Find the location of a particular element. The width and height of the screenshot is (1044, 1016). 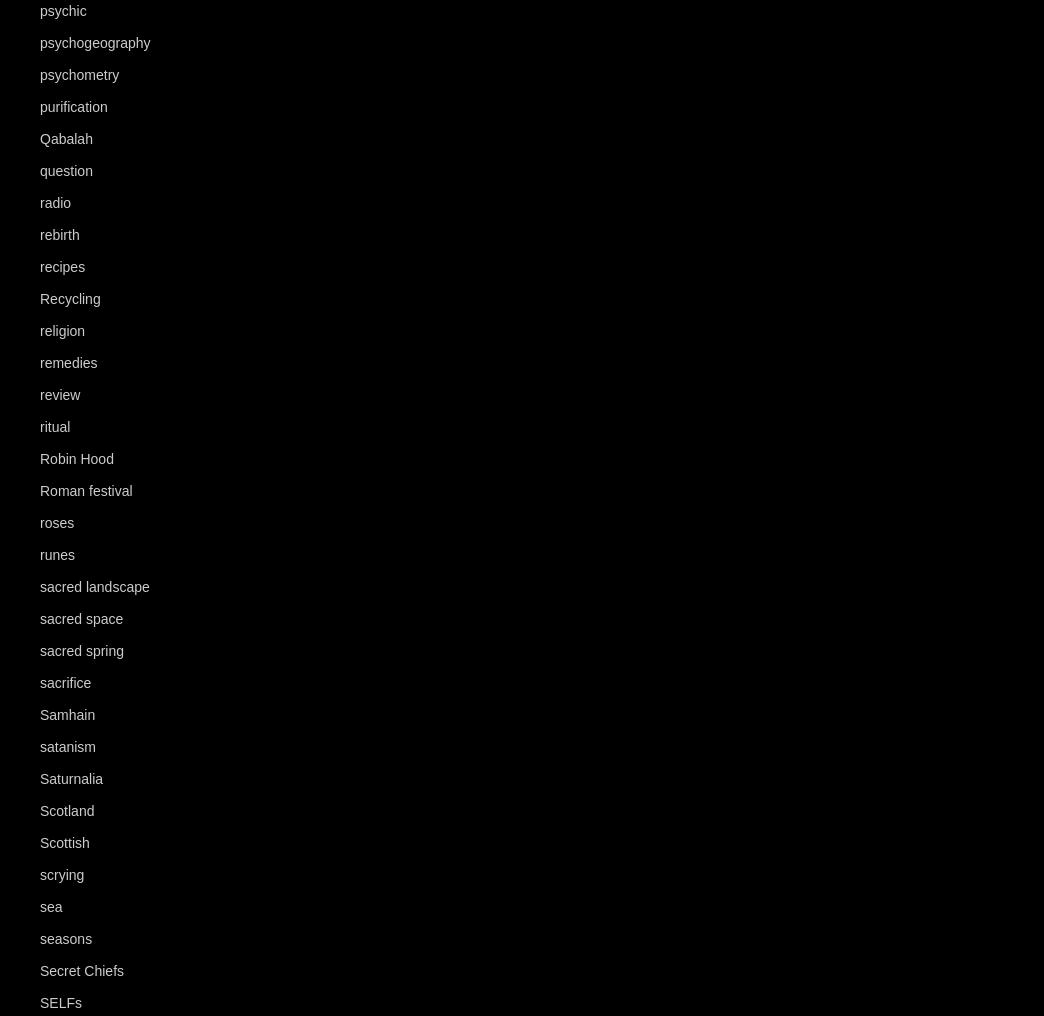

'sacred spring' is located at coordinates (81, 649).